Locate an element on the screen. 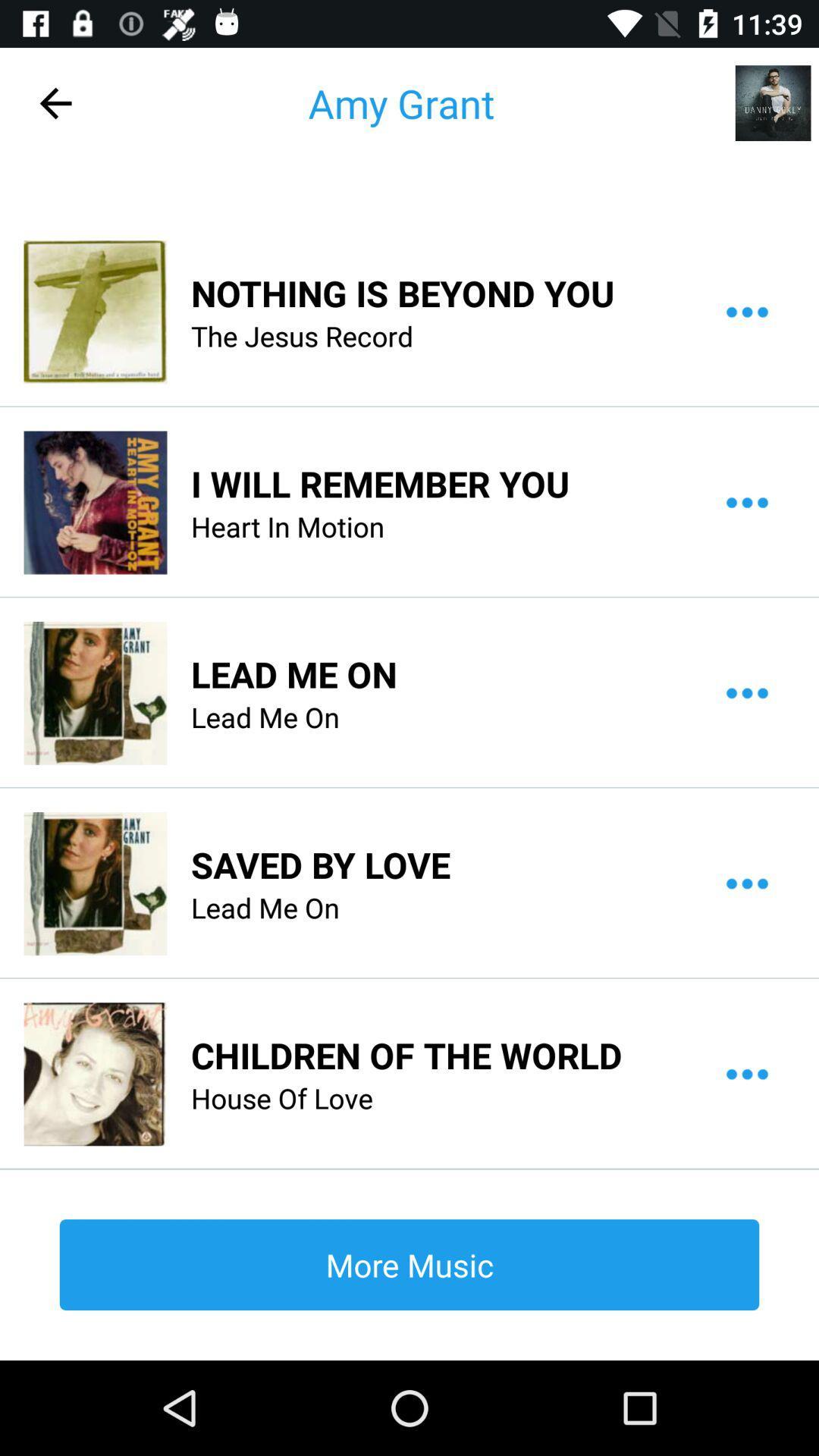 The height and width of the screenshot is (1456, 819). the icon below the lead me on is located at coordinates (406, 1054).